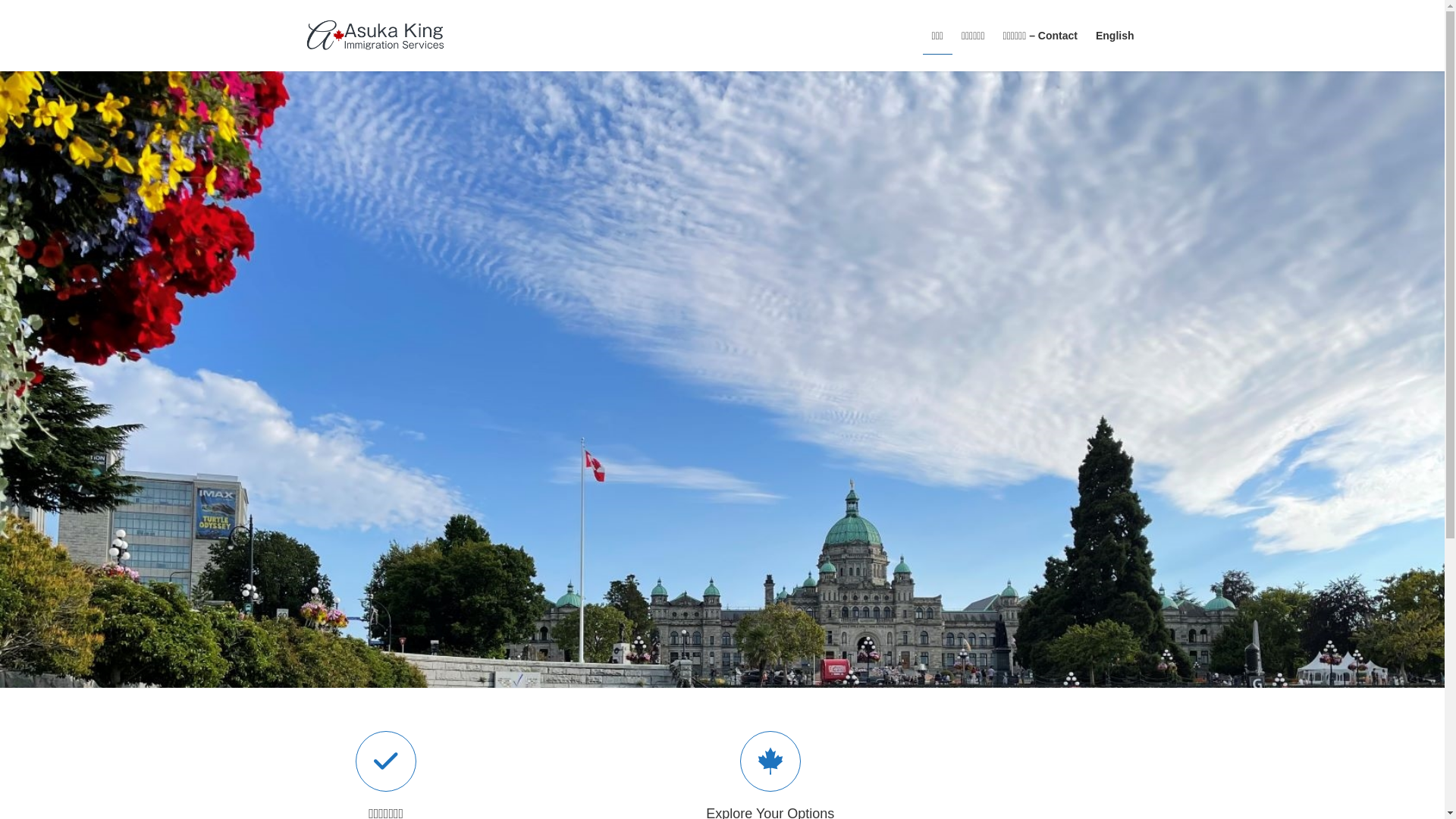  Describe the element at coordinates (1115, 35) in the screenshot. I see `'English'` at that location.